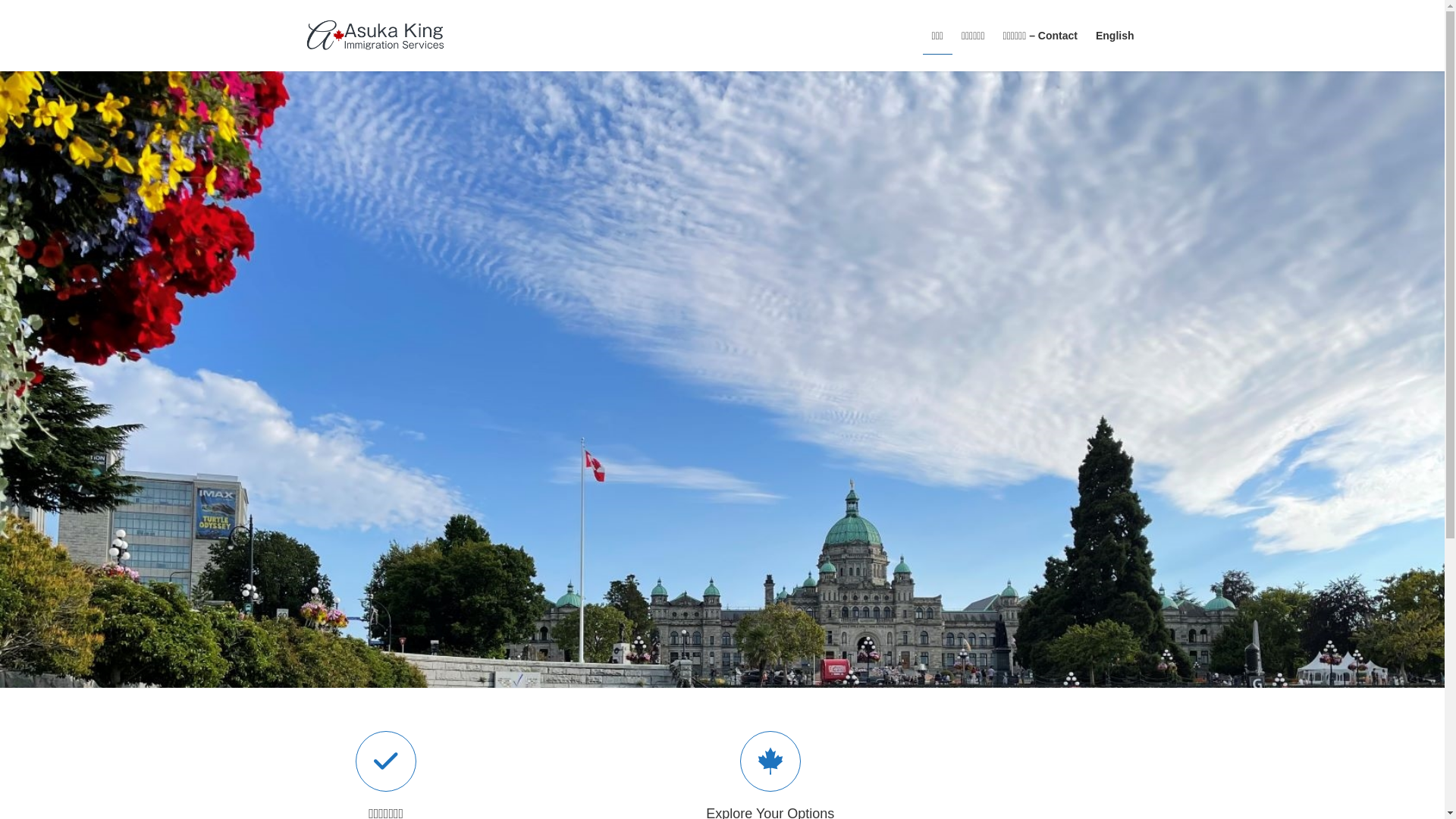  Describe the element at coordinates (1115, 35) in the screenshot. I see `'English'` at that location.